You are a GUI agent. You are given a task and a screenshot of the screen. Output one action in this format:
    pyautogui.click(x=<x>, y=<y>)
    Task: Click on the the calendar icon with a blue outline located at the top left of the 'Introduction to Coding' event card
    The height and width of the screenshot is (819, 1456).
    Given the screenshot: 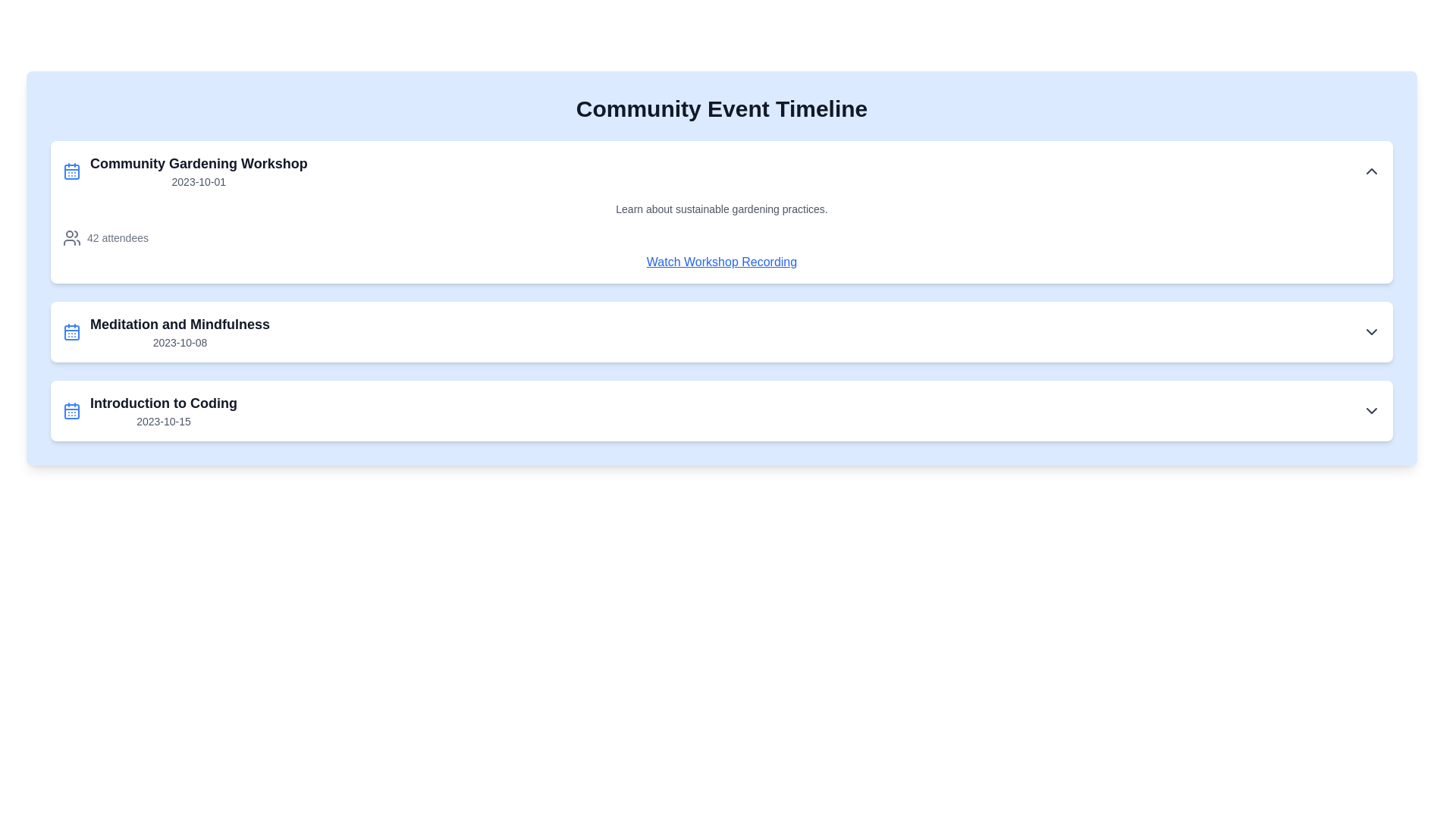 What is the action you would take?
    pyautogui.click(x=71, y=411)
    